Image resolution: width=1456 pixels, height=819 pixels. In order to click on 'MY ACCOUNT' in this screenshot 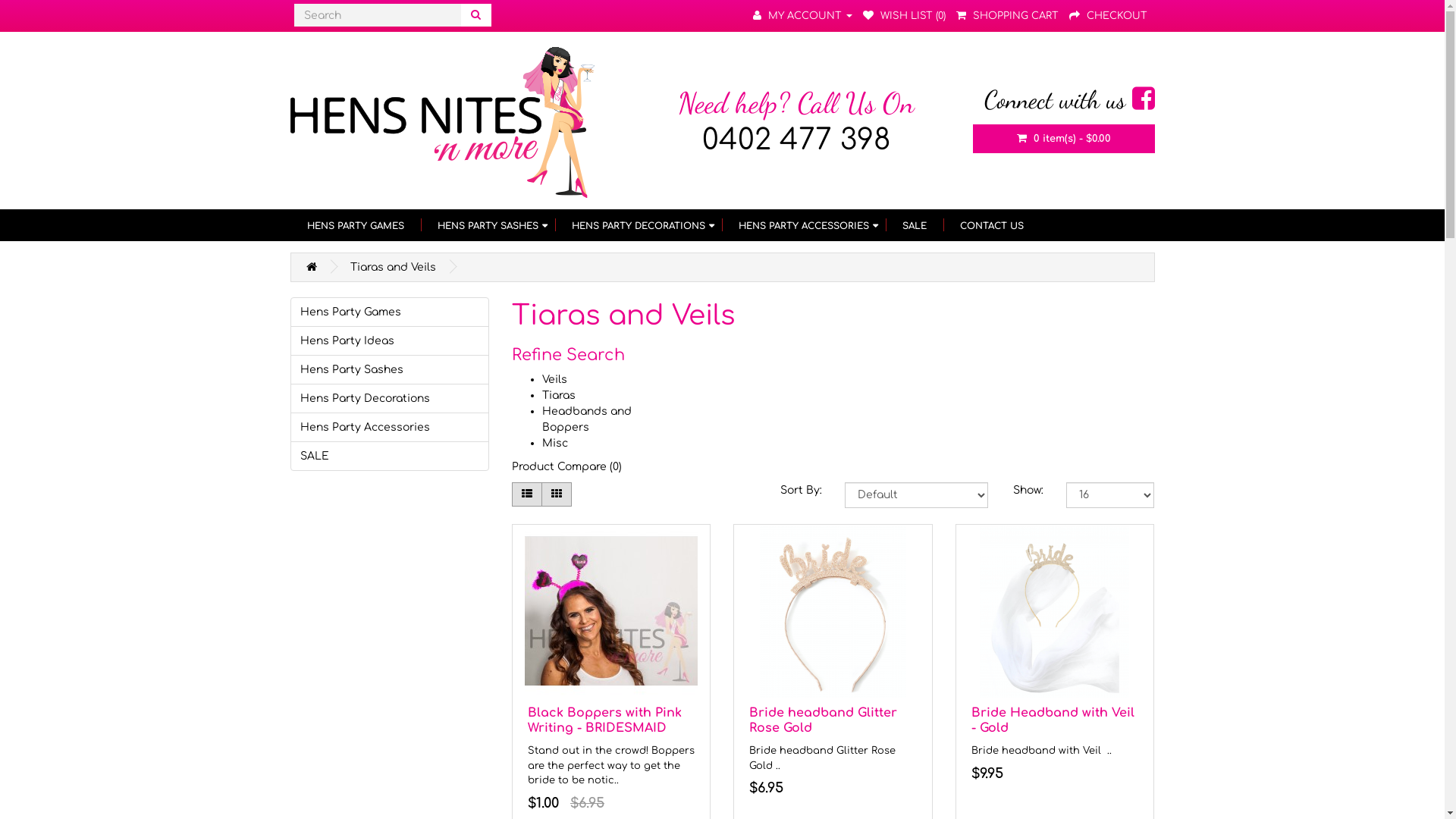, I will do `click(801, 15)`.